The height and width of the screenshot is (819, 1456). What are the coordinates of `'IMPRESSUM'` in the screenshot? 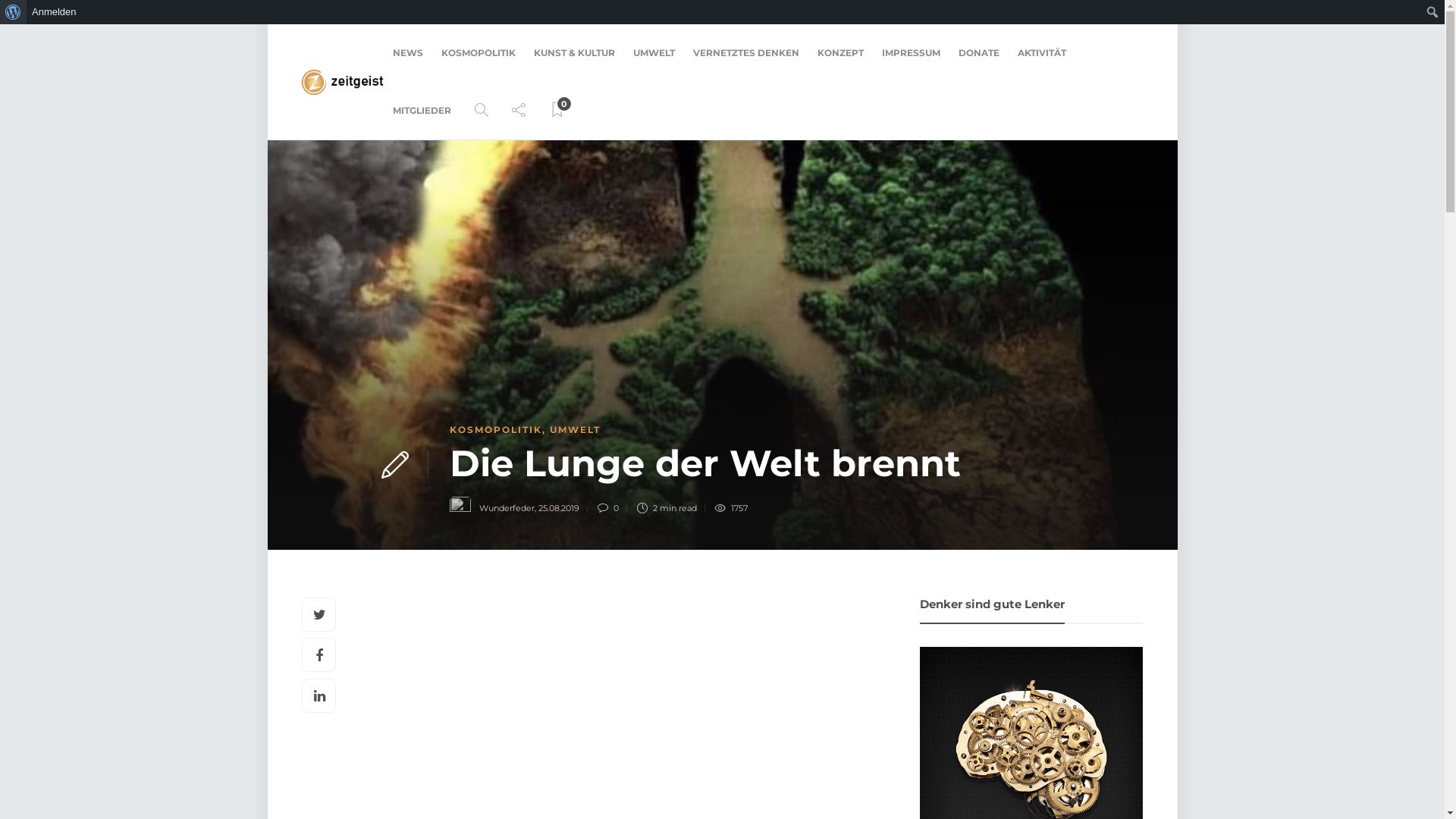 It's located at (910, 52).